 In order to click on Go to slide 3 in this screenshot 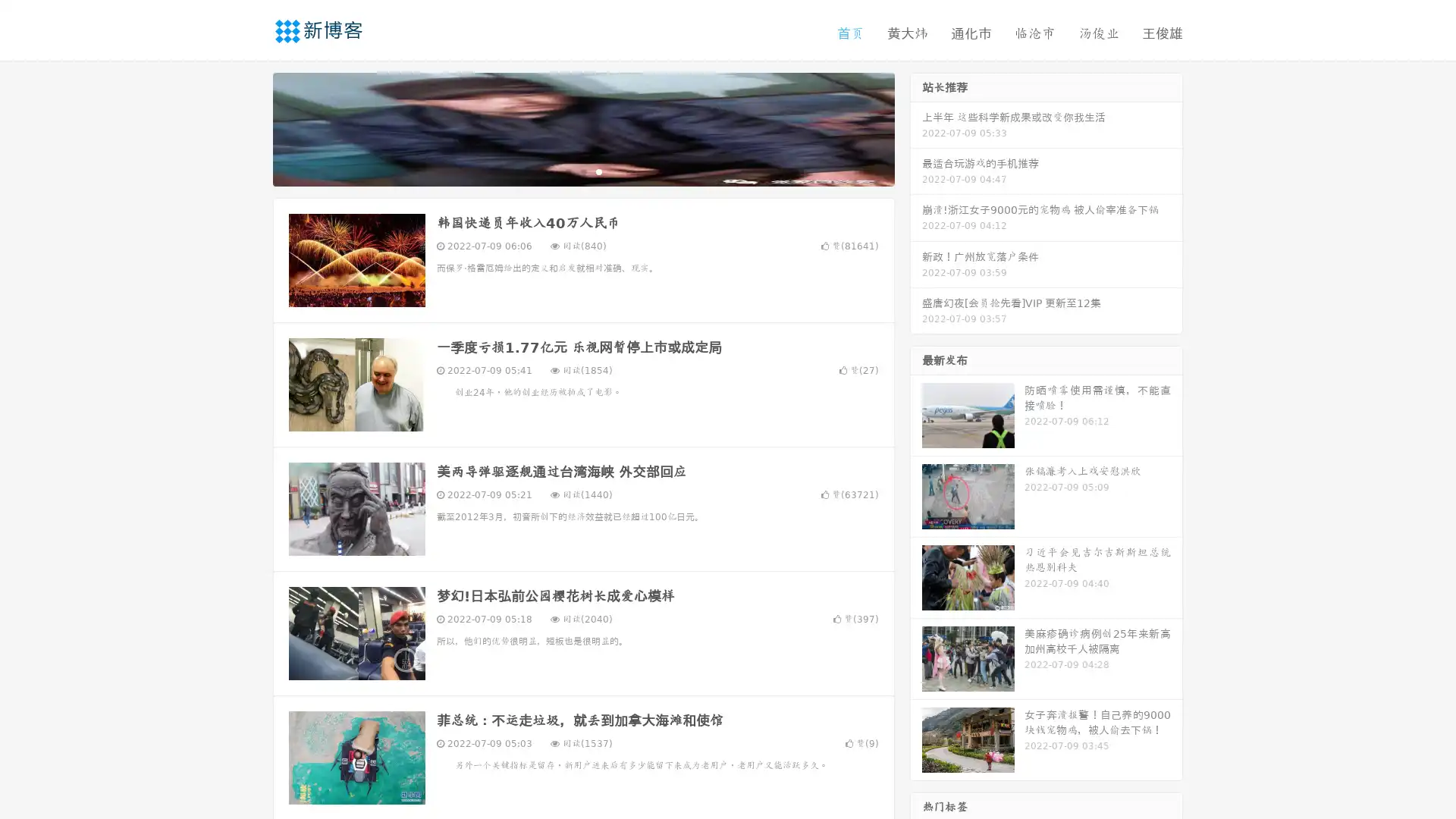, I will do `click(598, 171)`.